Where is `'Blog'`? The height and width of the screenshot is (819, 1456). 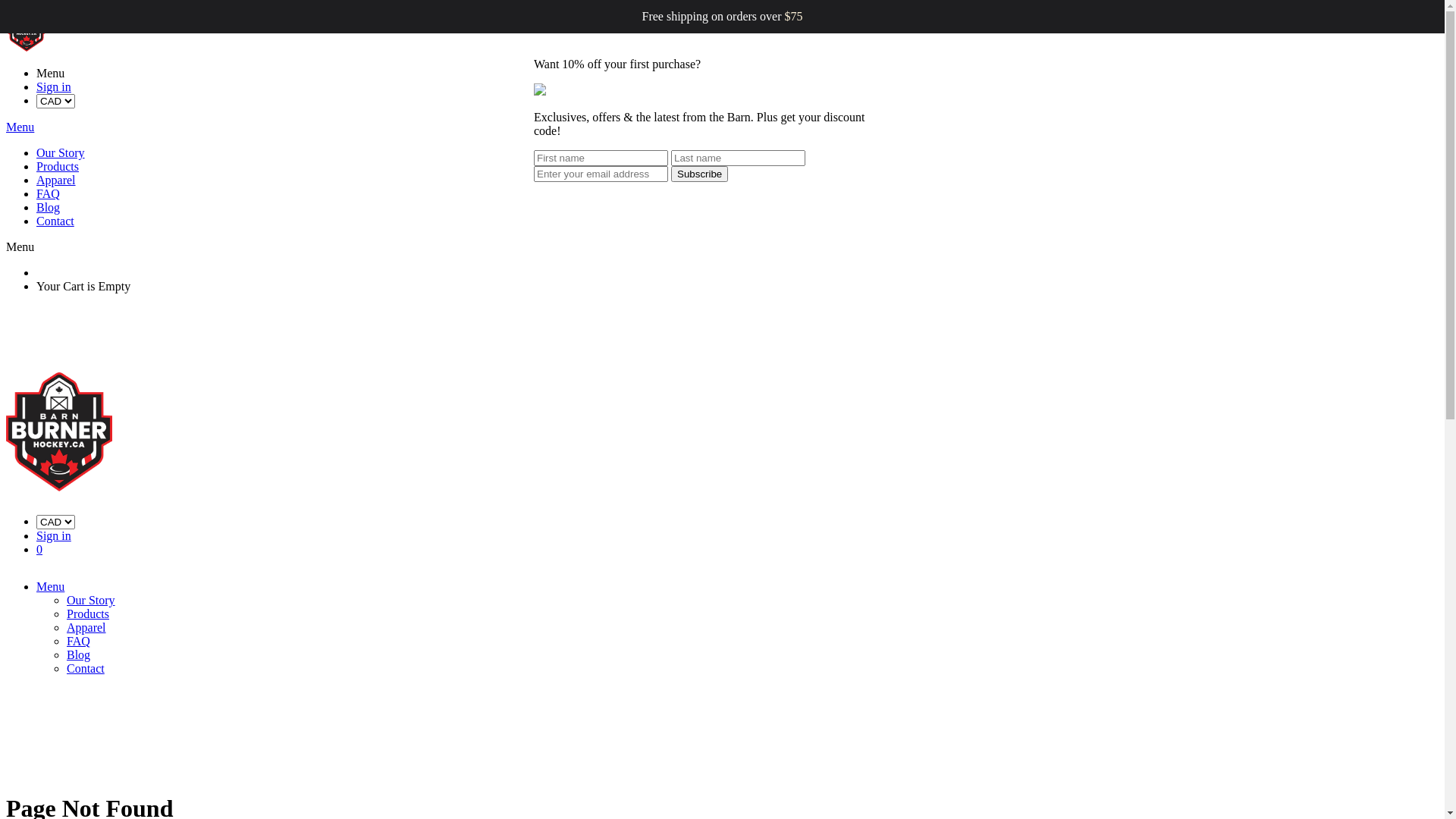
'Blog' is located at coordinates (77, 654).